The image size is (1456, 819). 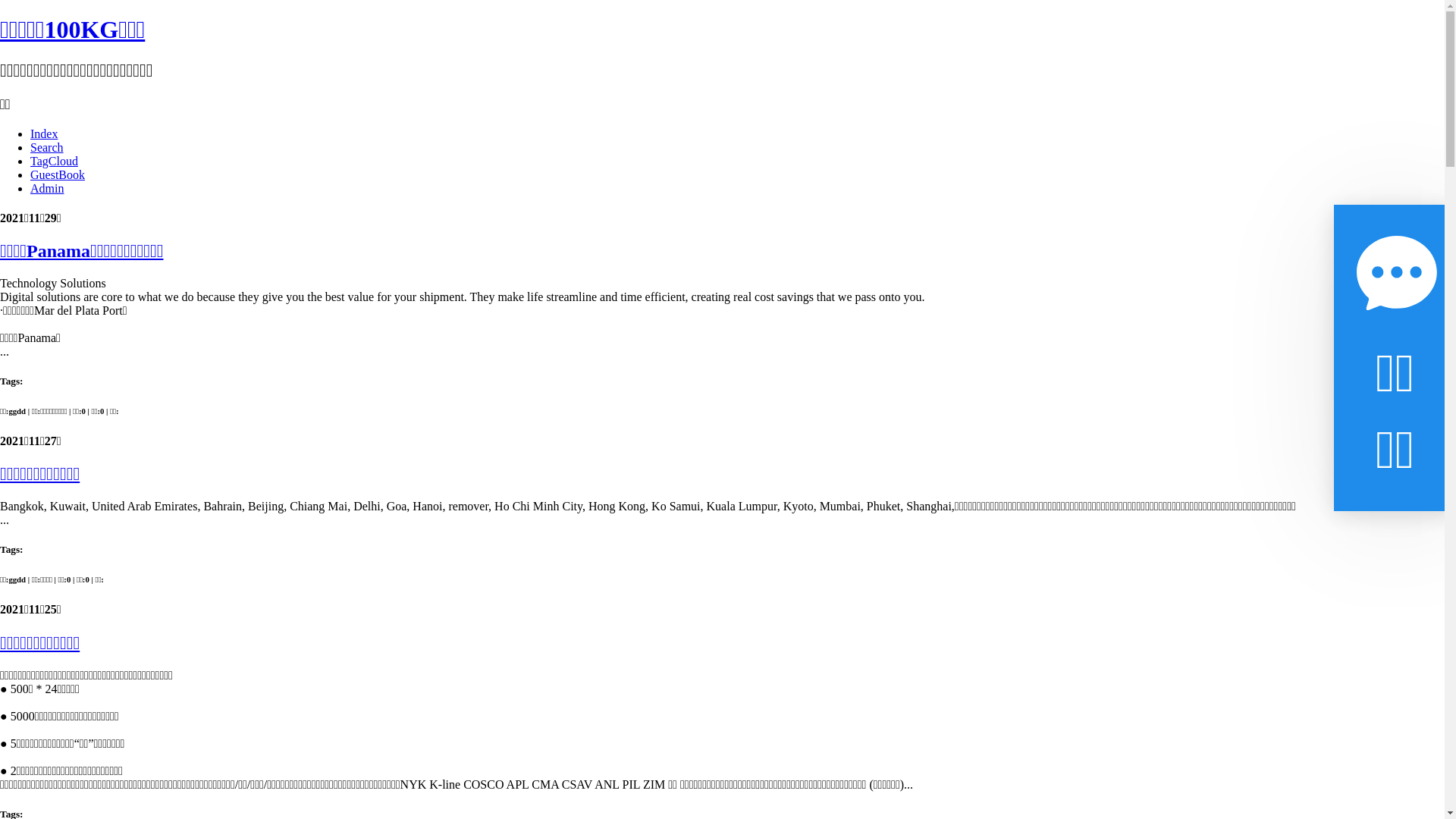 I want to click on 'GuestBook', so click(x=58, y=174).